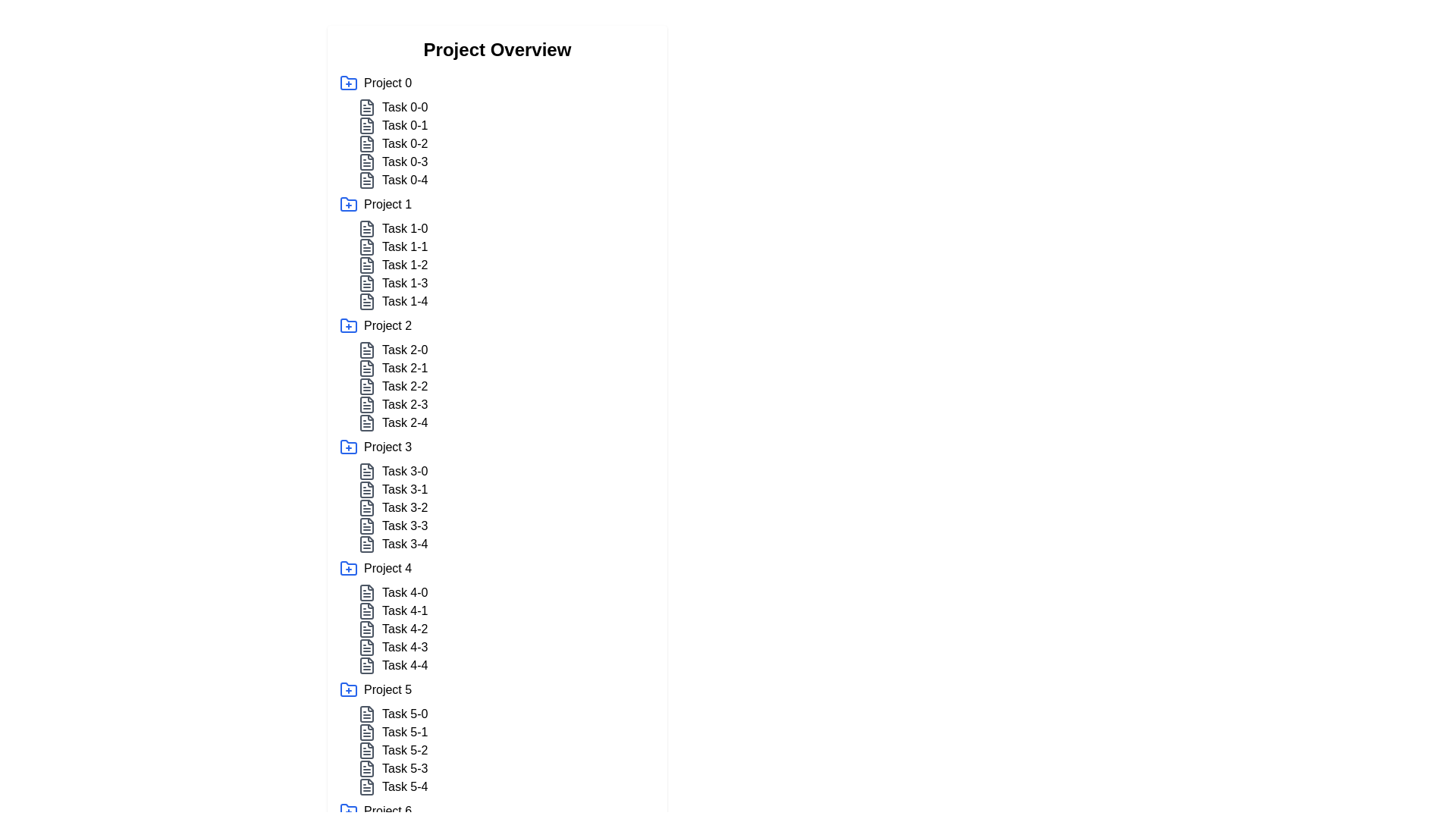  I want to click on the 'Task 1-4' text label for selection or navigation within the project outline under 'Project 1', so click(405, 301).